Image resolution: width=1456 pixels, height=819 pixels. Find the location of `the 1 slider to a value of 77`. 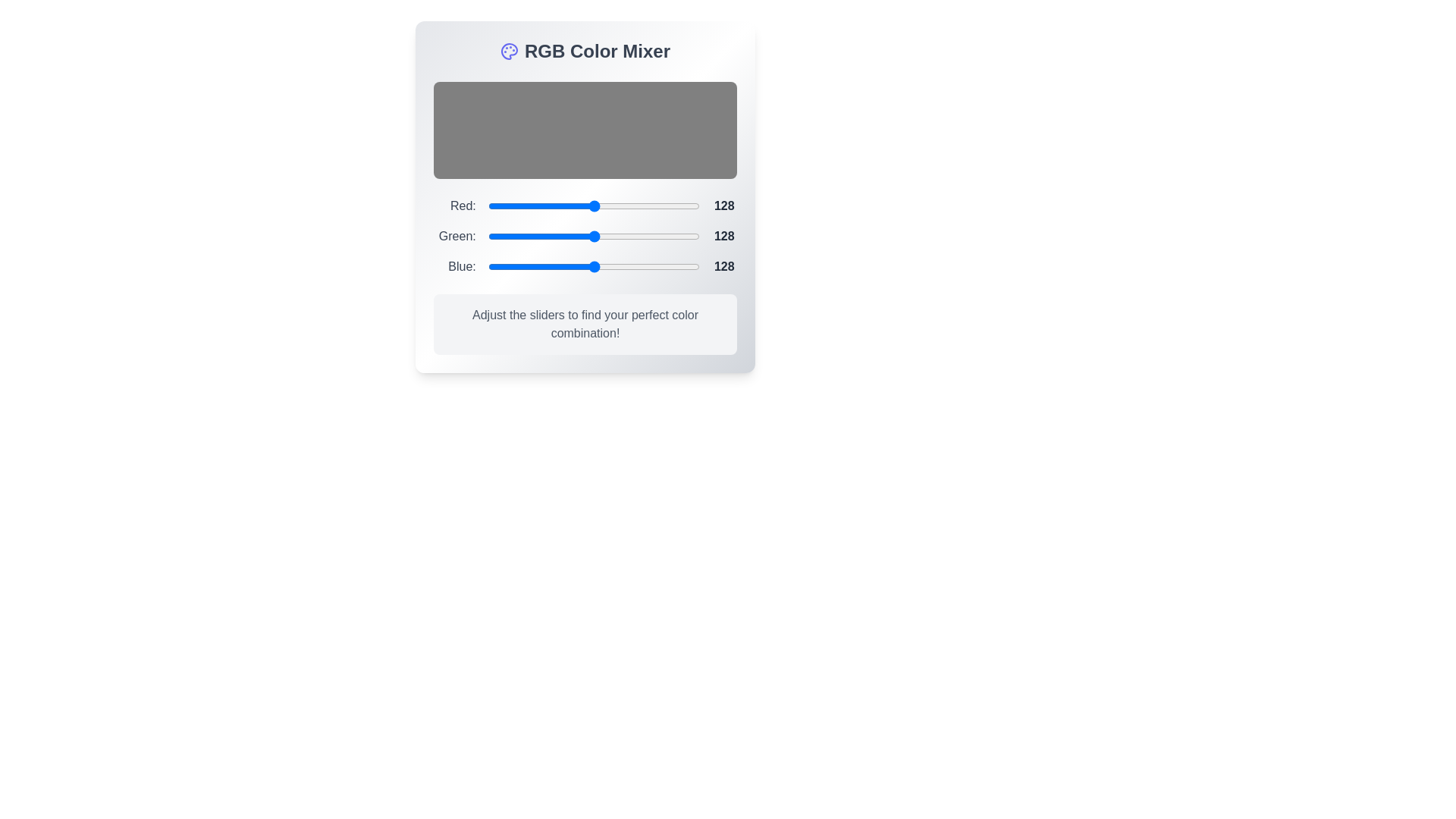

the 1 slider to a value of 77 is located at coordinates (626, 237).